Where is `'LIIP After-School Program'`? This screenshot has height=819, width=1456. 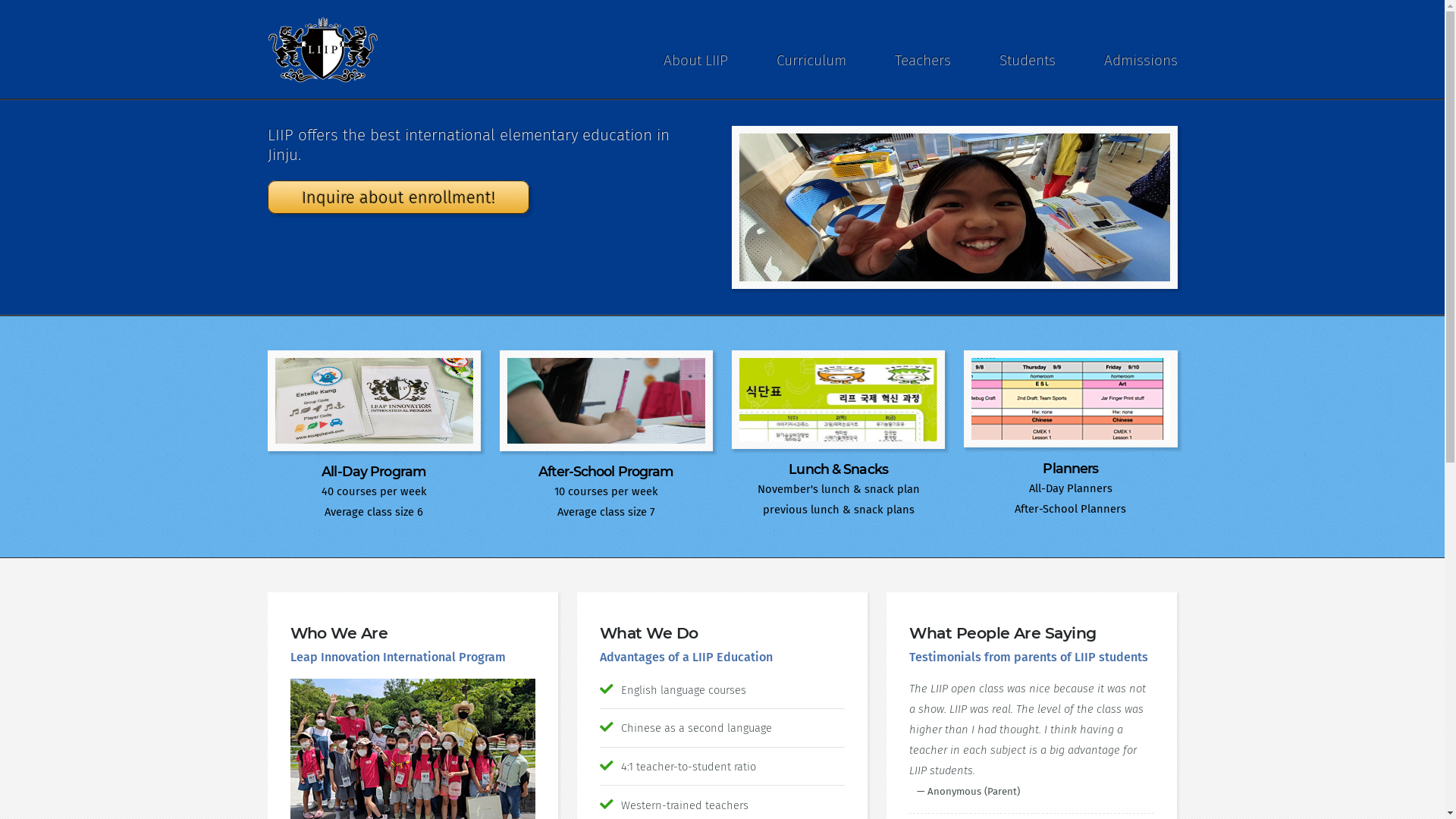
'LIIP After-School Program' is located at coordinates (605, 400).